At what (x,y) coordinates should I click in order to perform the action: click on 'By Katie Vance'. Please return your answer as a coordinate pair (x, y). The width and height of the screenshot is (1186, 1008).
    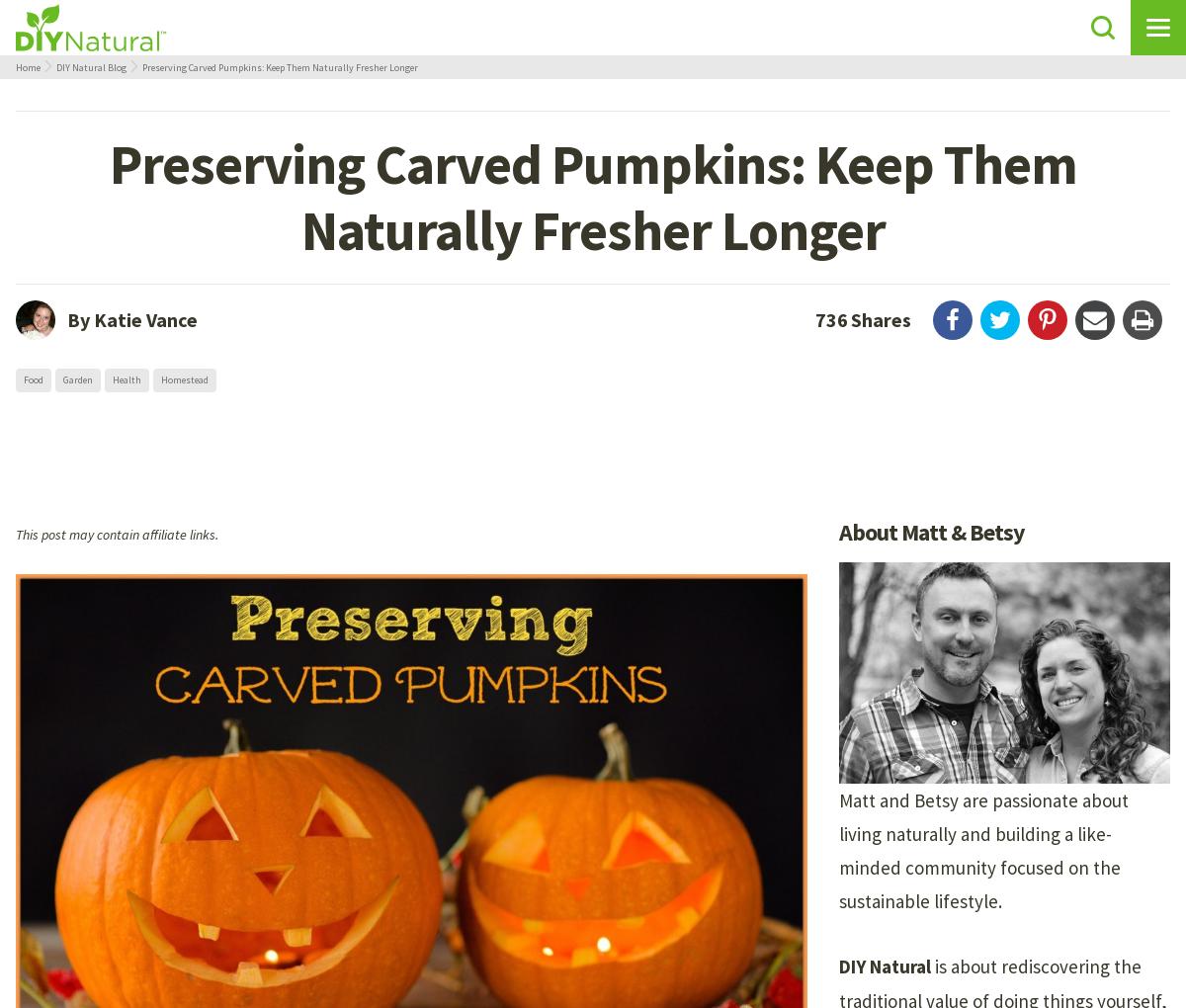
    Looking at the image, I should click on (132, 319).